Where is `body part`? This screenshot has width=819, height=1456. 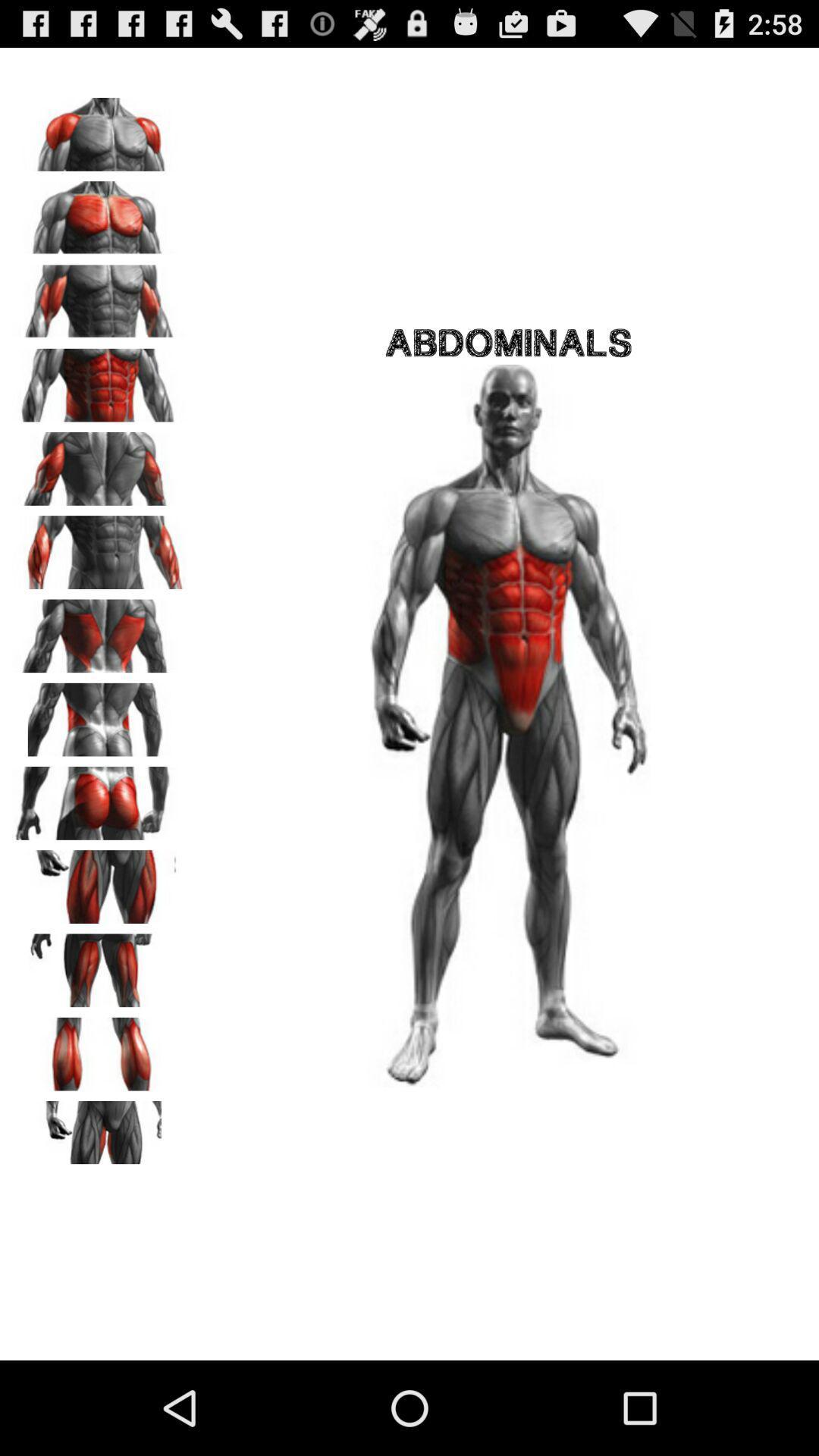 body part is located at coordinates (99, 714).